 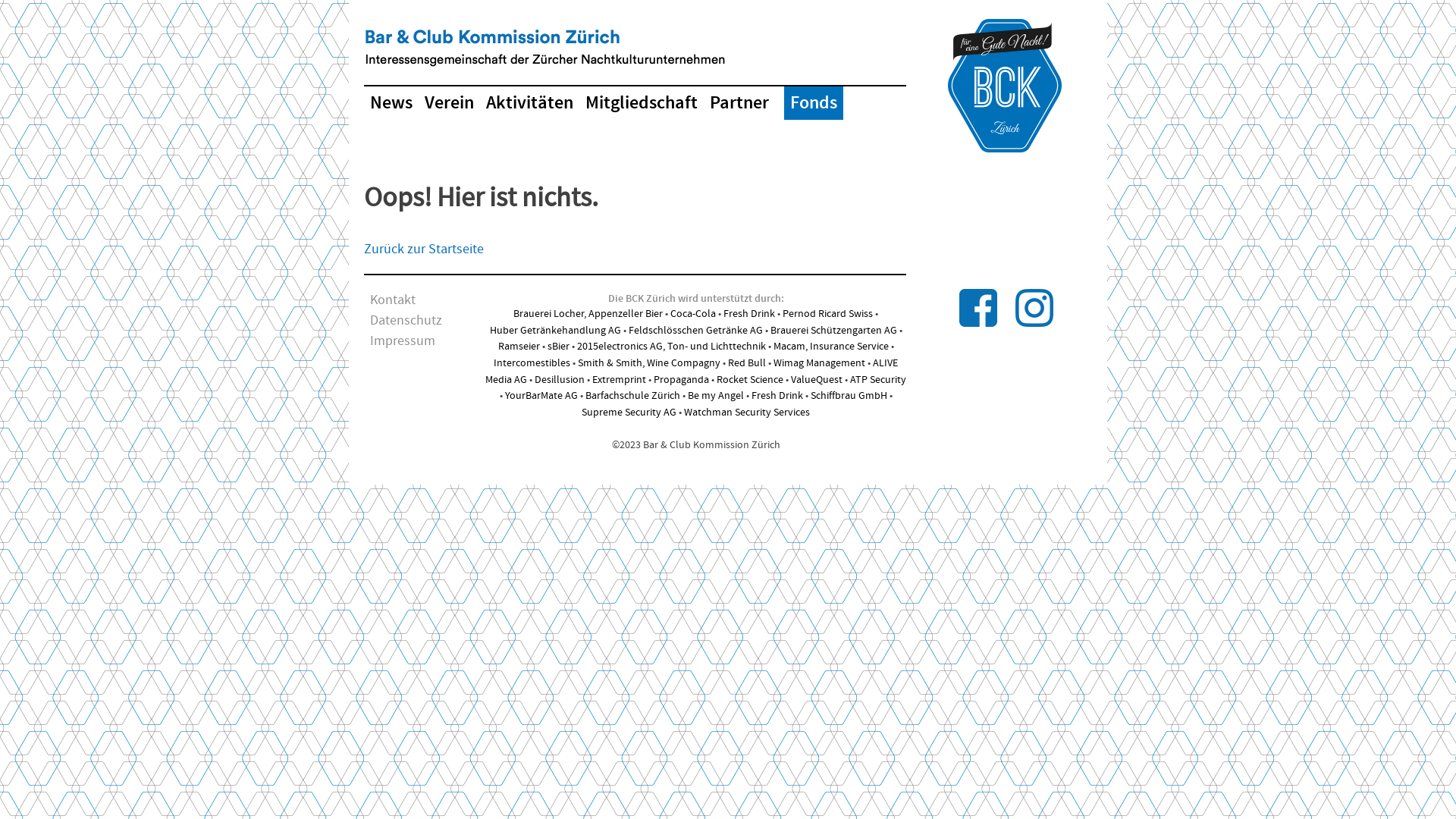 I want to click on 'Desillusion', so click(x=535, y=379).